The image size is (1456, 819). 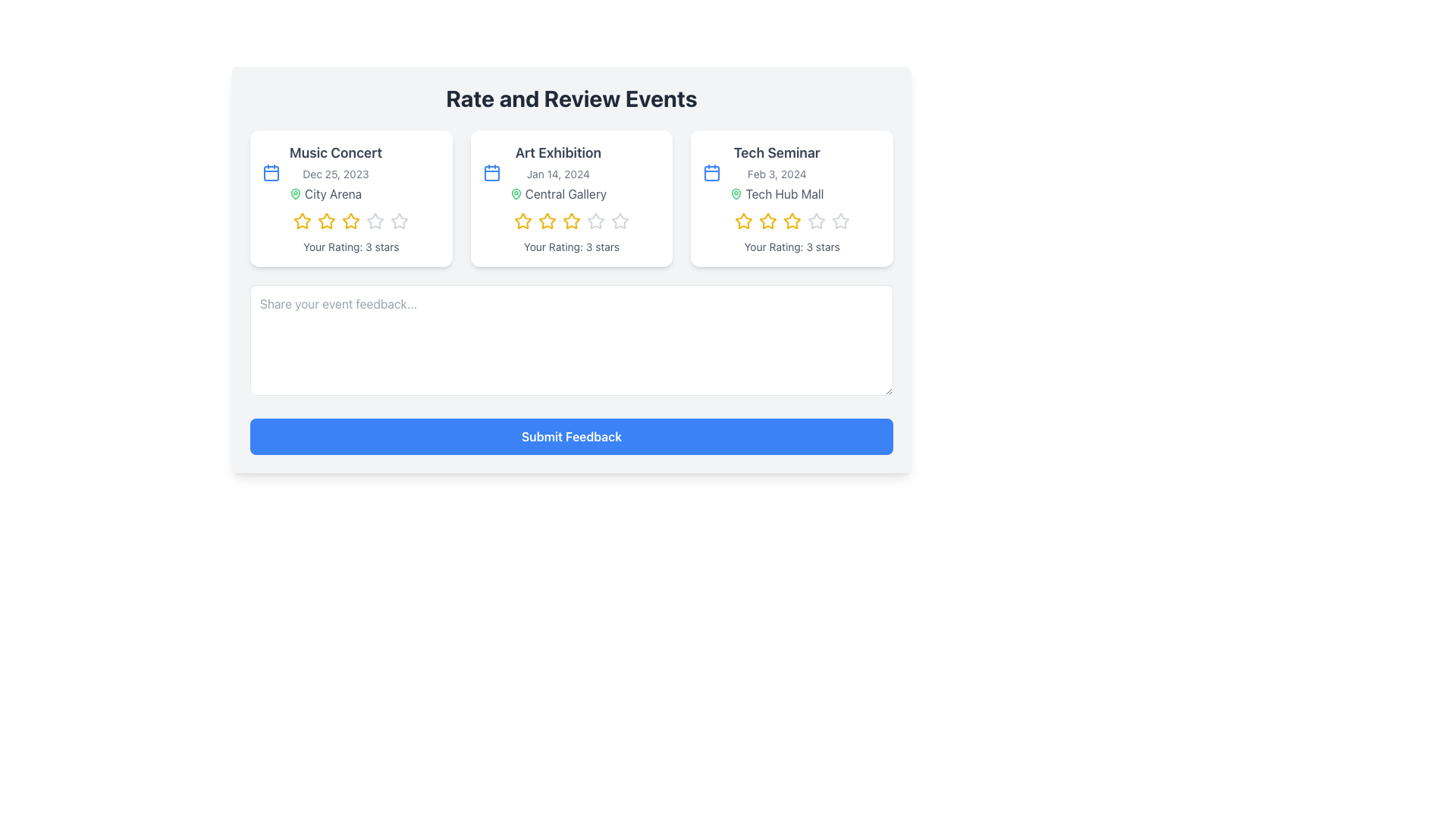 I want to click on the third star in the rating system of the 'Tech Seminar' event to update the rating, so click(x=767, y=221).